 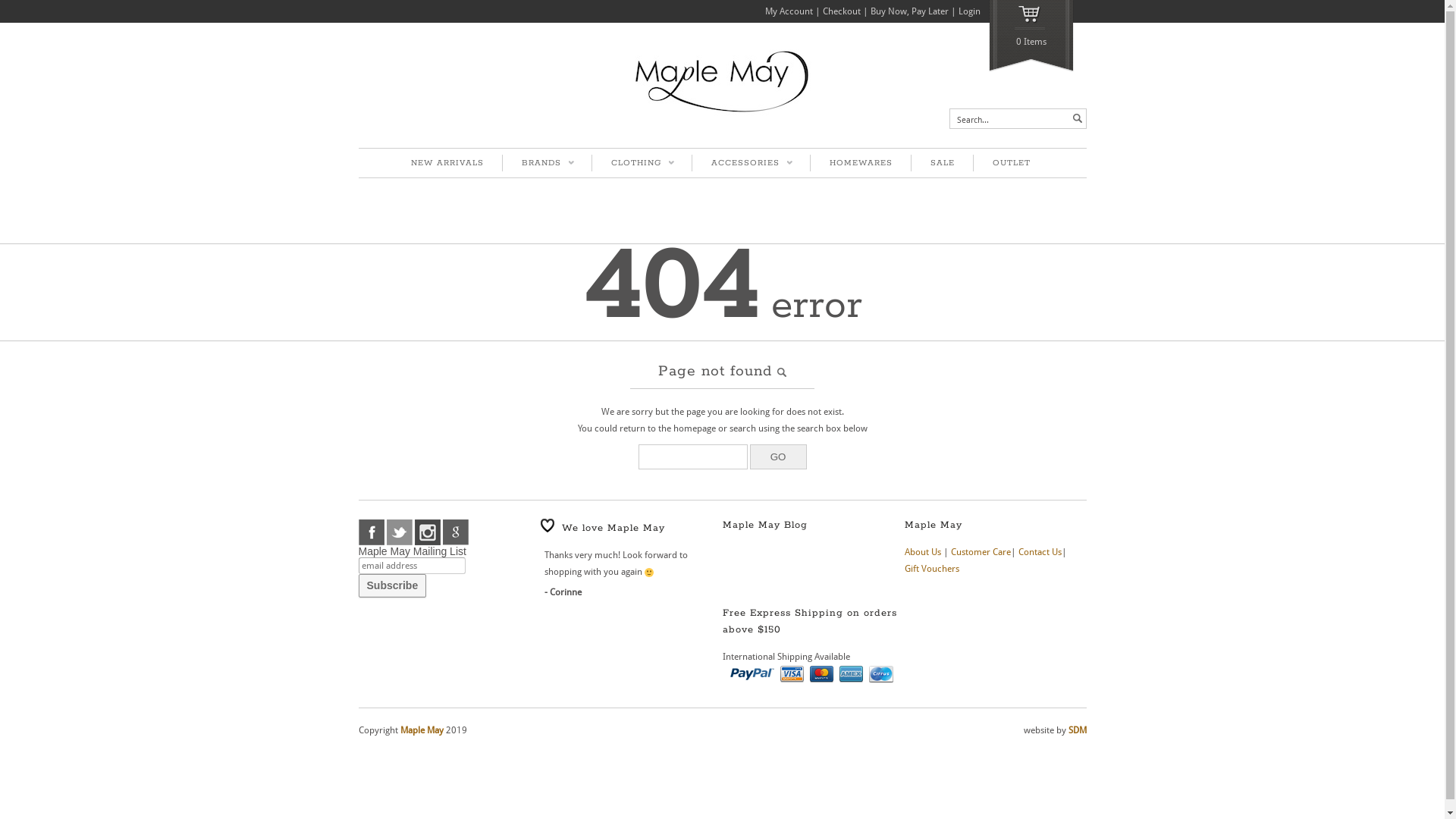 I want to click on 'instagram', so click(x=414, y=532).